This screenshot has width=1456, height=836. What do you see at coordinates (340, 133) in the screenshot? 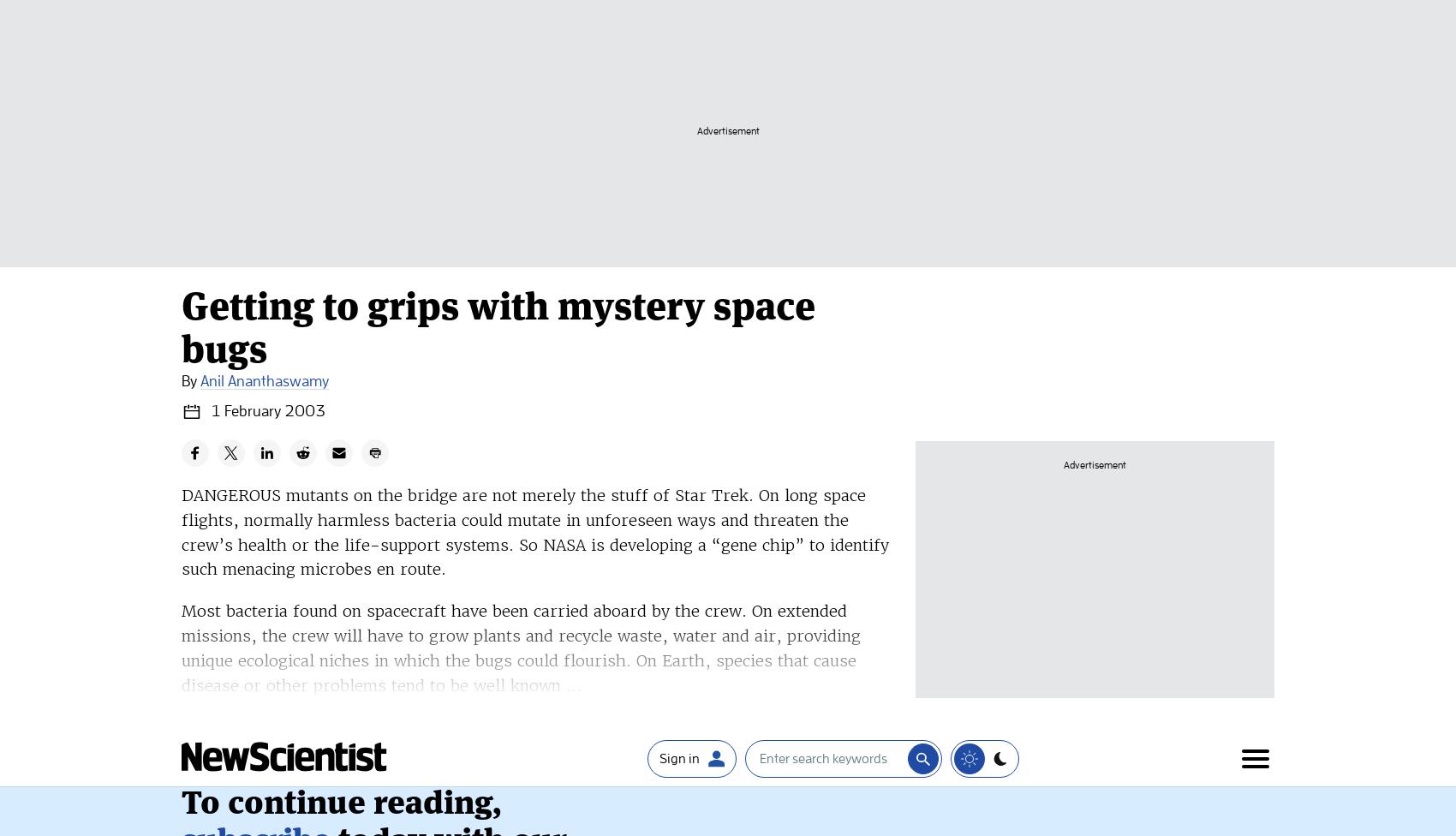
I see `'To continue reading,'` at bounding box center [340, 133].